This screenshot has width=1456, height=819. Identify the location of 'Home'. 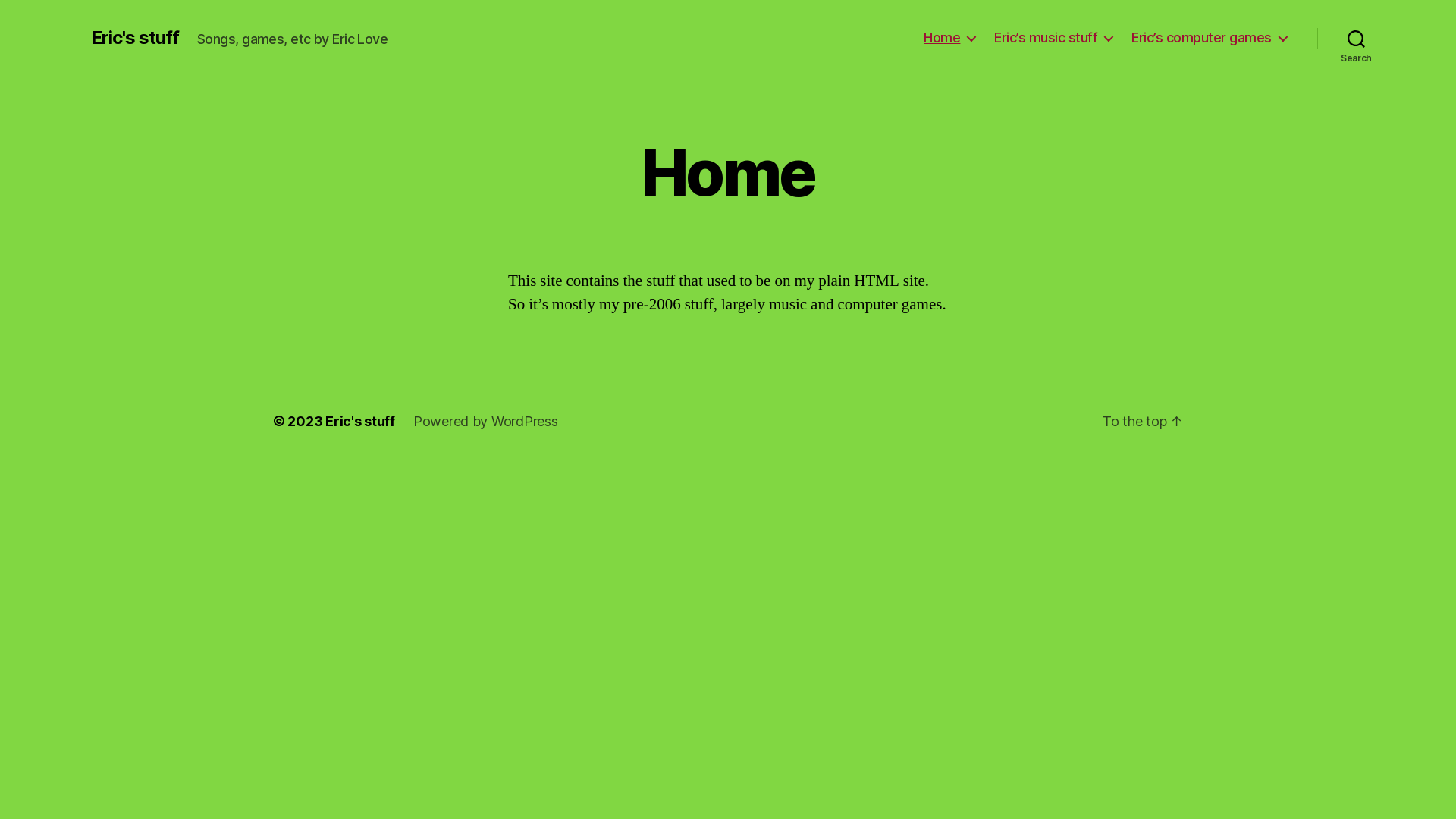
(949, 37).